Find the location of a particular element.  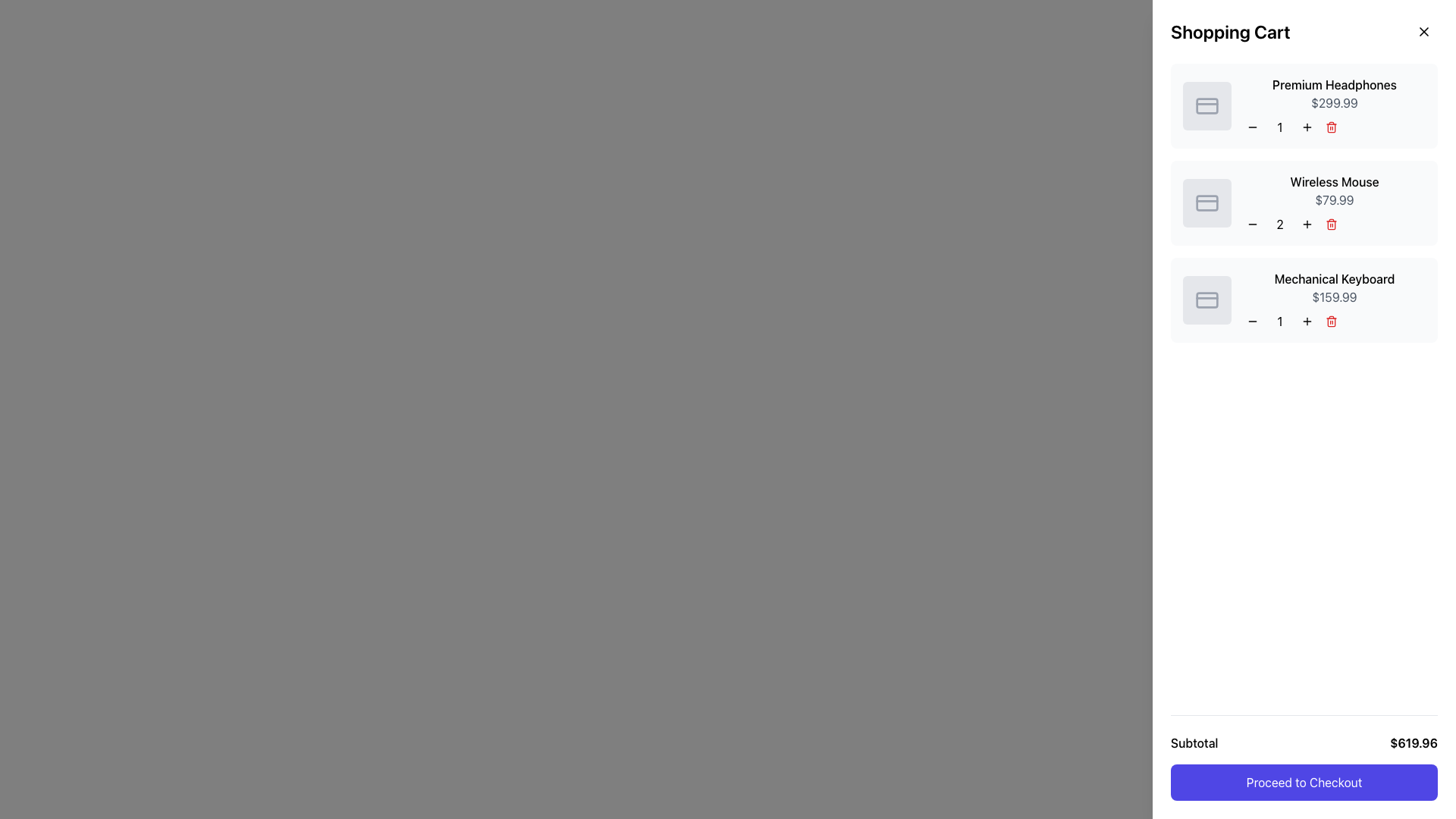

the red trash icon button on the right side of the horizontal module is located at coordinates (1335, 224).